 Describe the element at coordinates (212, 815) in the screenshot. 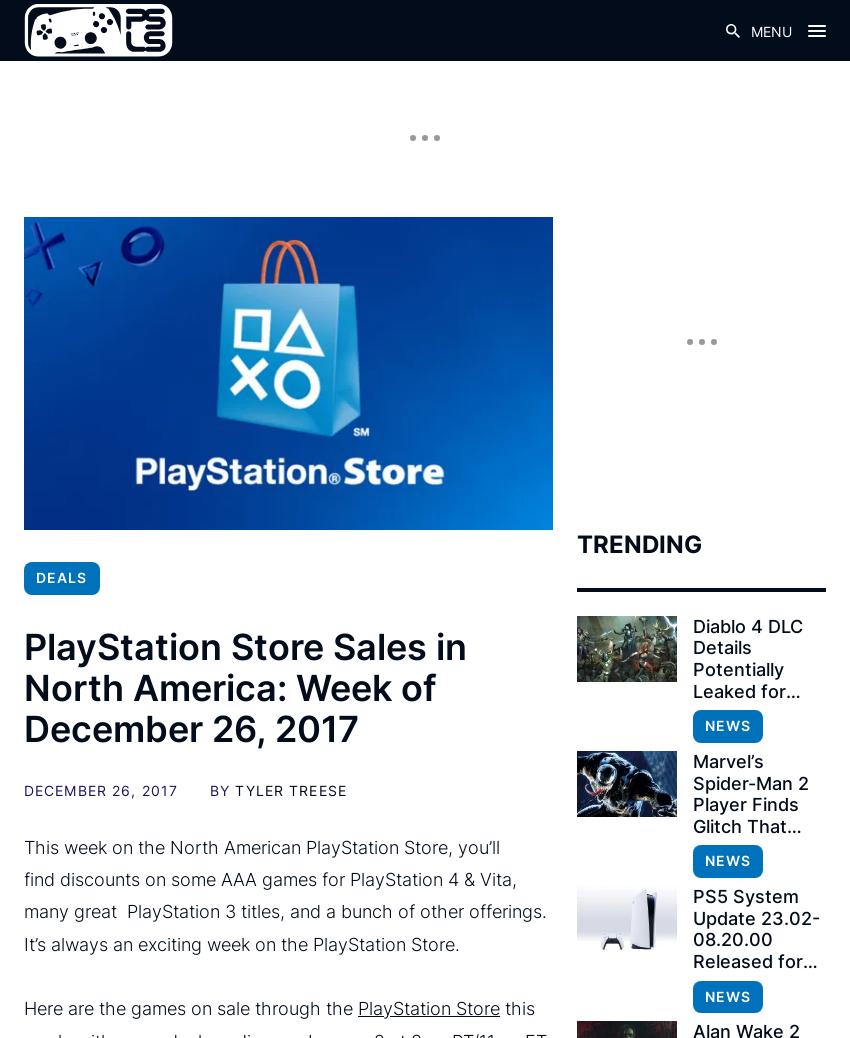

I see `'Metal Gear Solid 3 – $3.74'` at that location.